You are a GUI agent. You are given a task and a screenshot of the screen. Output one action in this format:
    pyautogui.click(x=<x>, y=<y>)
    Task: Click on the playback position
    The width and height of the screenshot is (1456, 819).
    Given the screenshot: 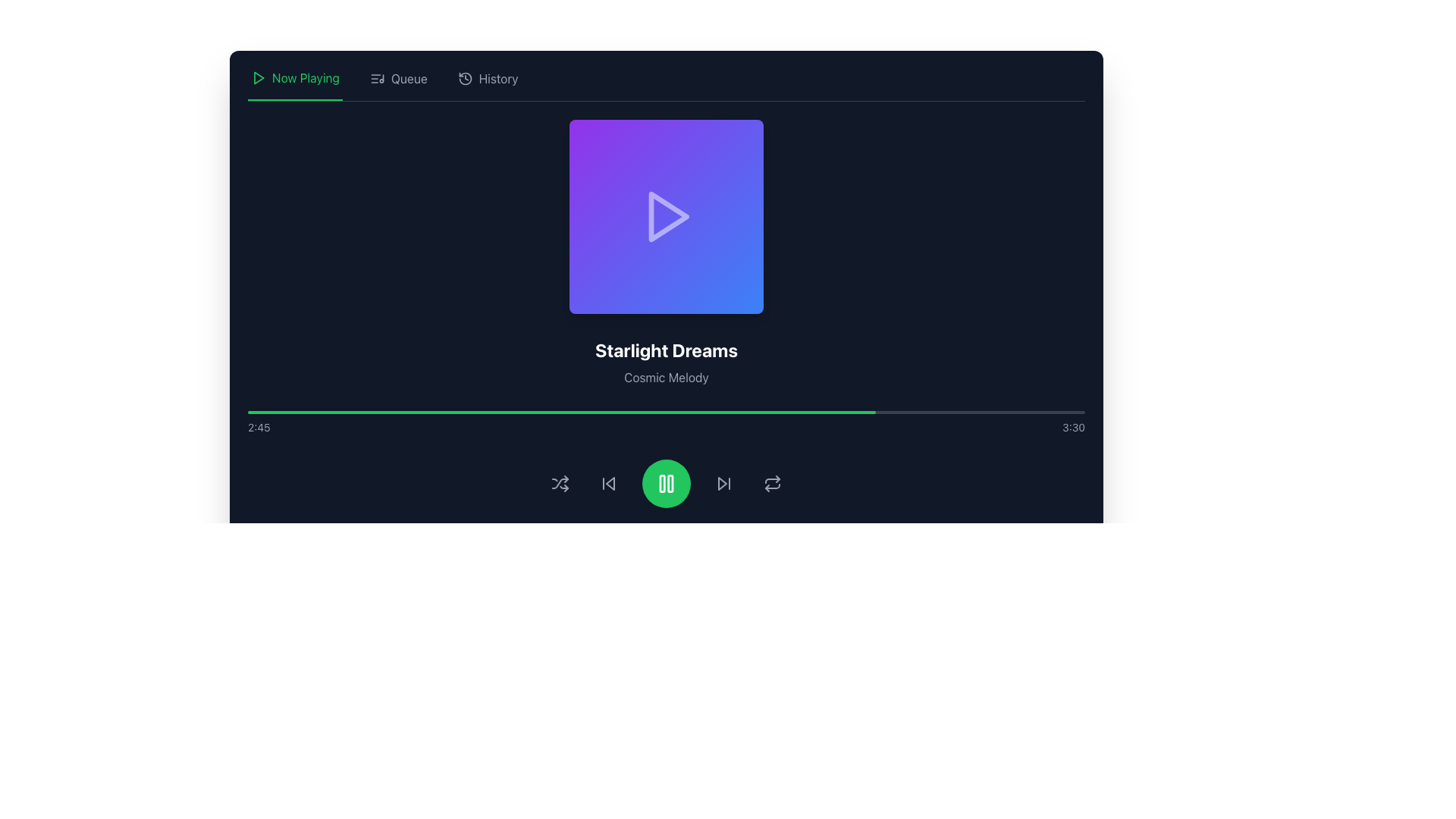 What is the action you would take?
    pyautogui.click(x=285, y=412)
    